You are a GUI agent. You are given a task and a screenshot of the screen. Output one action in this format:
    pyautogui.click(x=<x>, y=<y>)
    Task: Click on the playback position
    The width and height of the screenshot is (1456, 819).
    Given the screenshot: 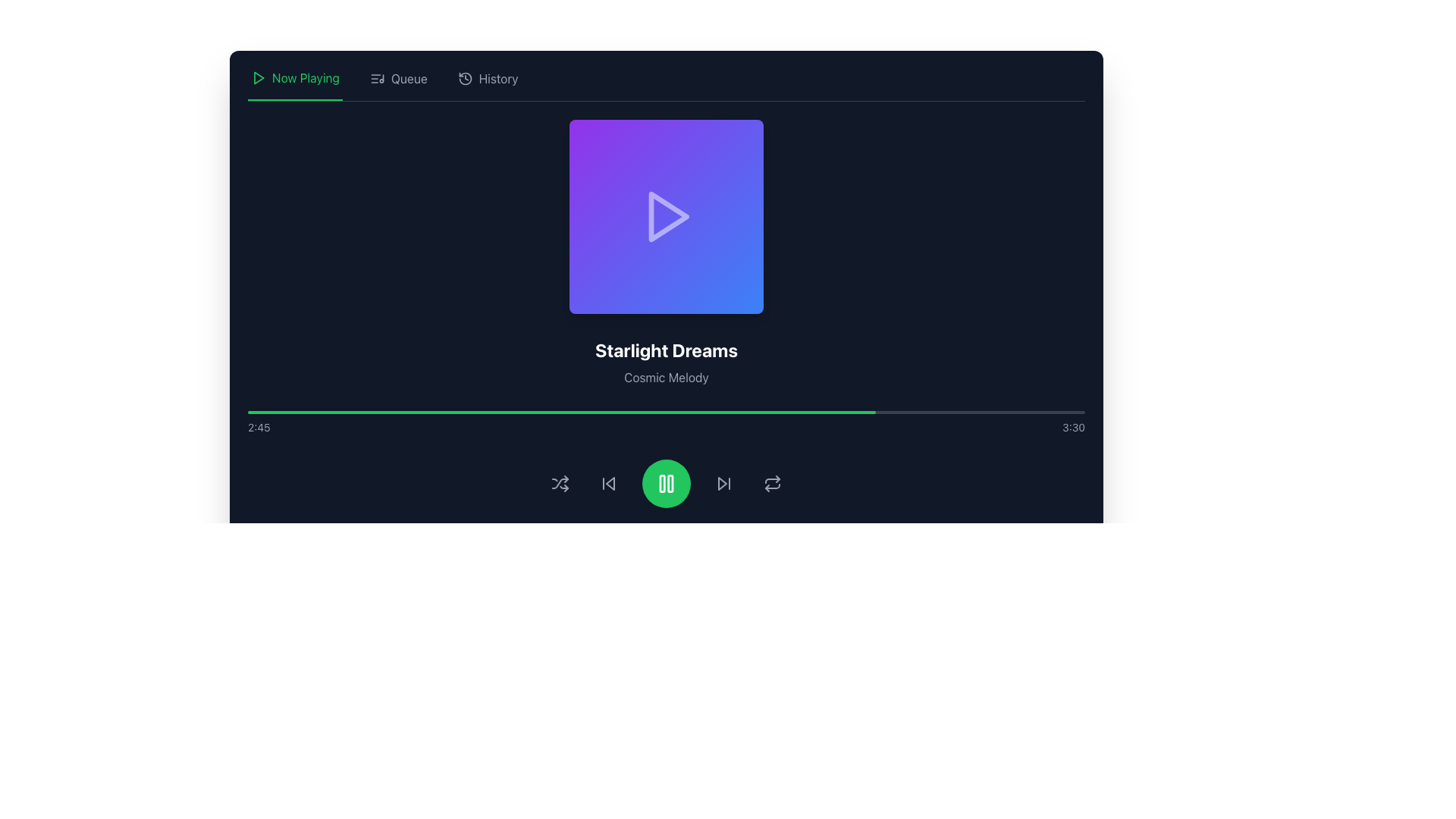 What is the action you would take?
    pyautogui.click(x=285, y=412)
    